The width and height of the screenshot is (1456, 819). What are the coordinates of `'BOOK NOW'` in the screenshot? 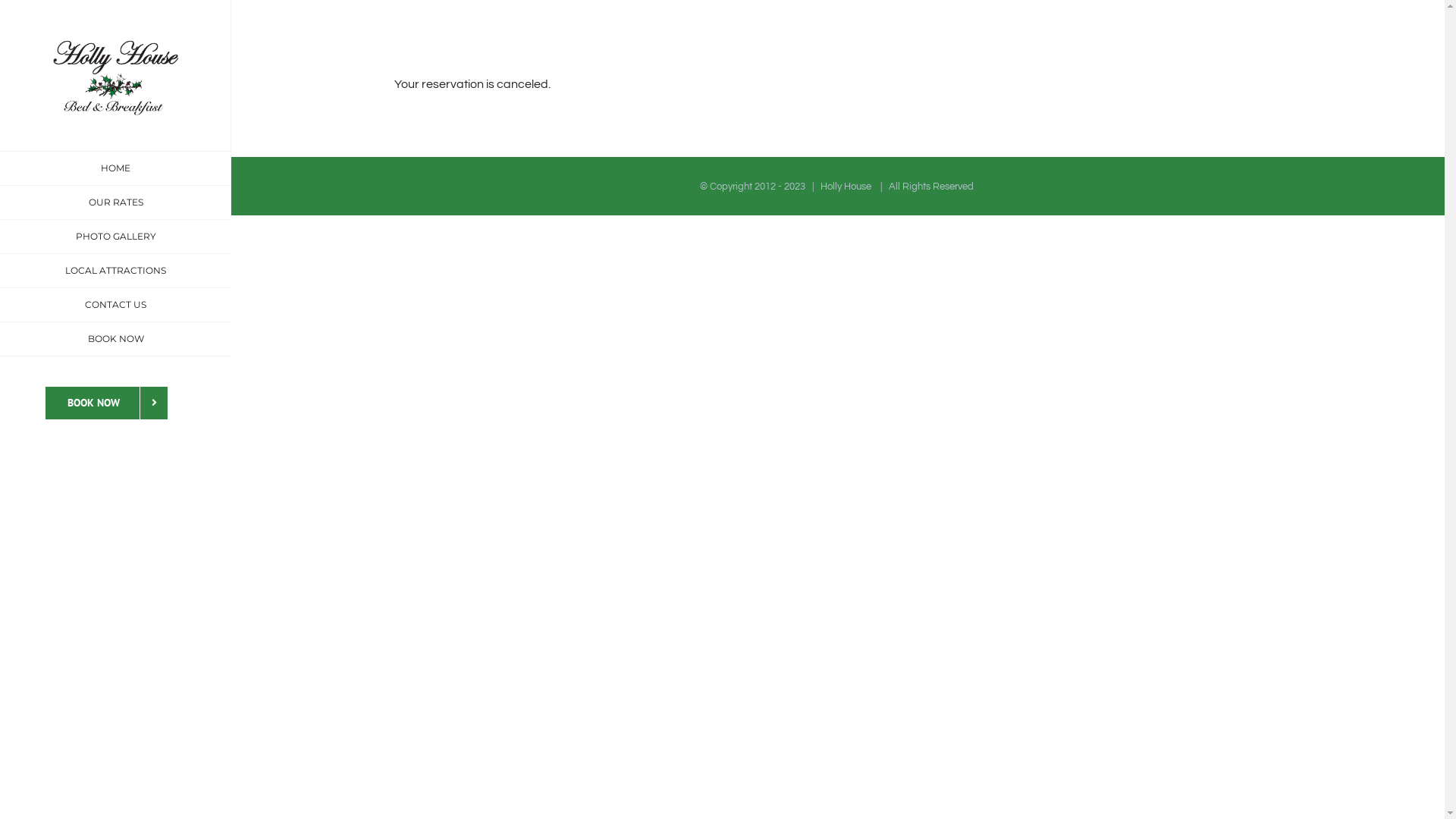 It's located at (115, 338).